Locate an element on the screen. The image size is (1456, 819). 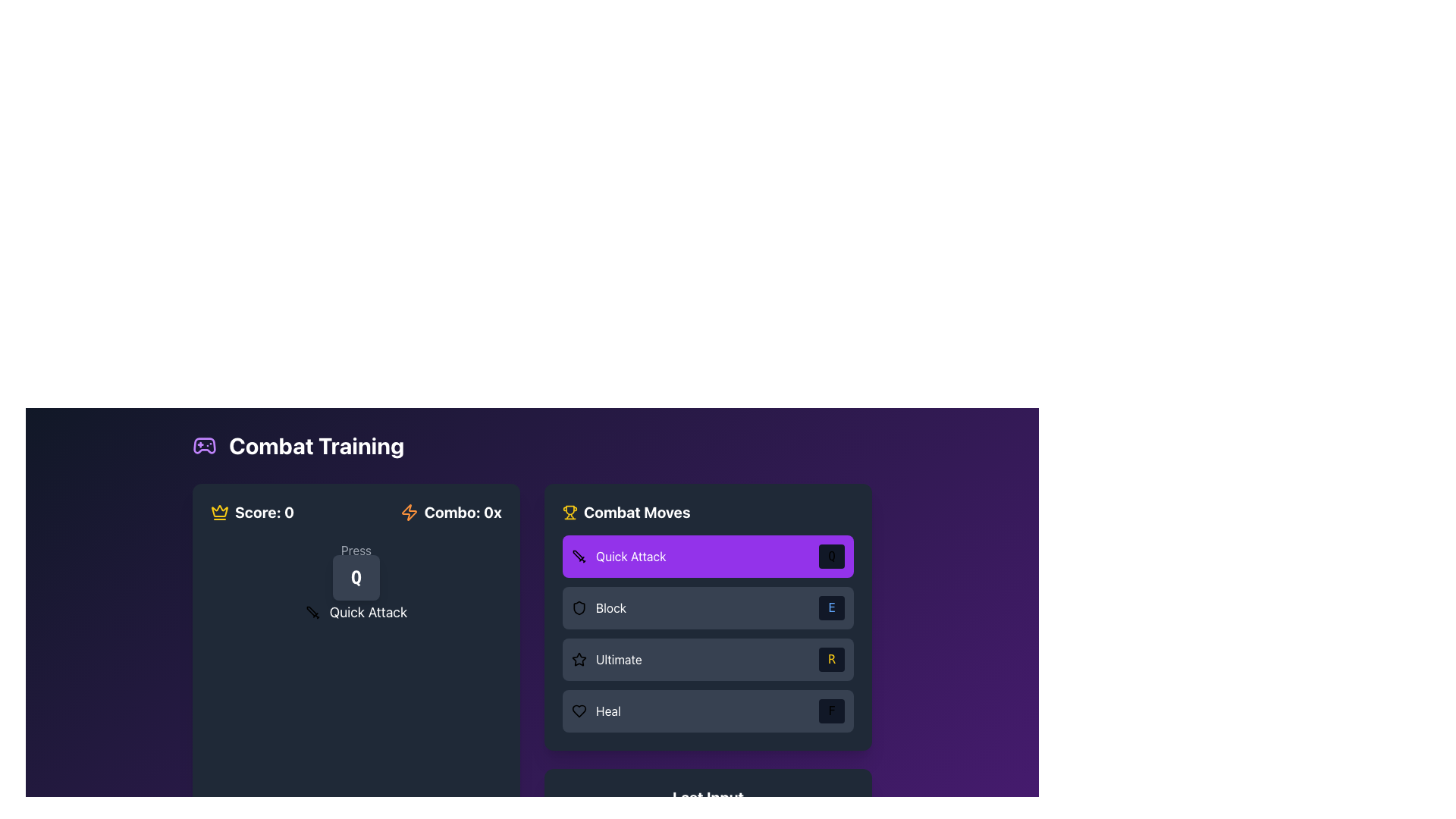
the 'Ultimate' text label in the Combat Moves section, which is the third item in the vertical list, positioned between 'Block' and 'Heal', with a star icon on the left and 'R' keybinding on the right is located at coordinates (619, 659).